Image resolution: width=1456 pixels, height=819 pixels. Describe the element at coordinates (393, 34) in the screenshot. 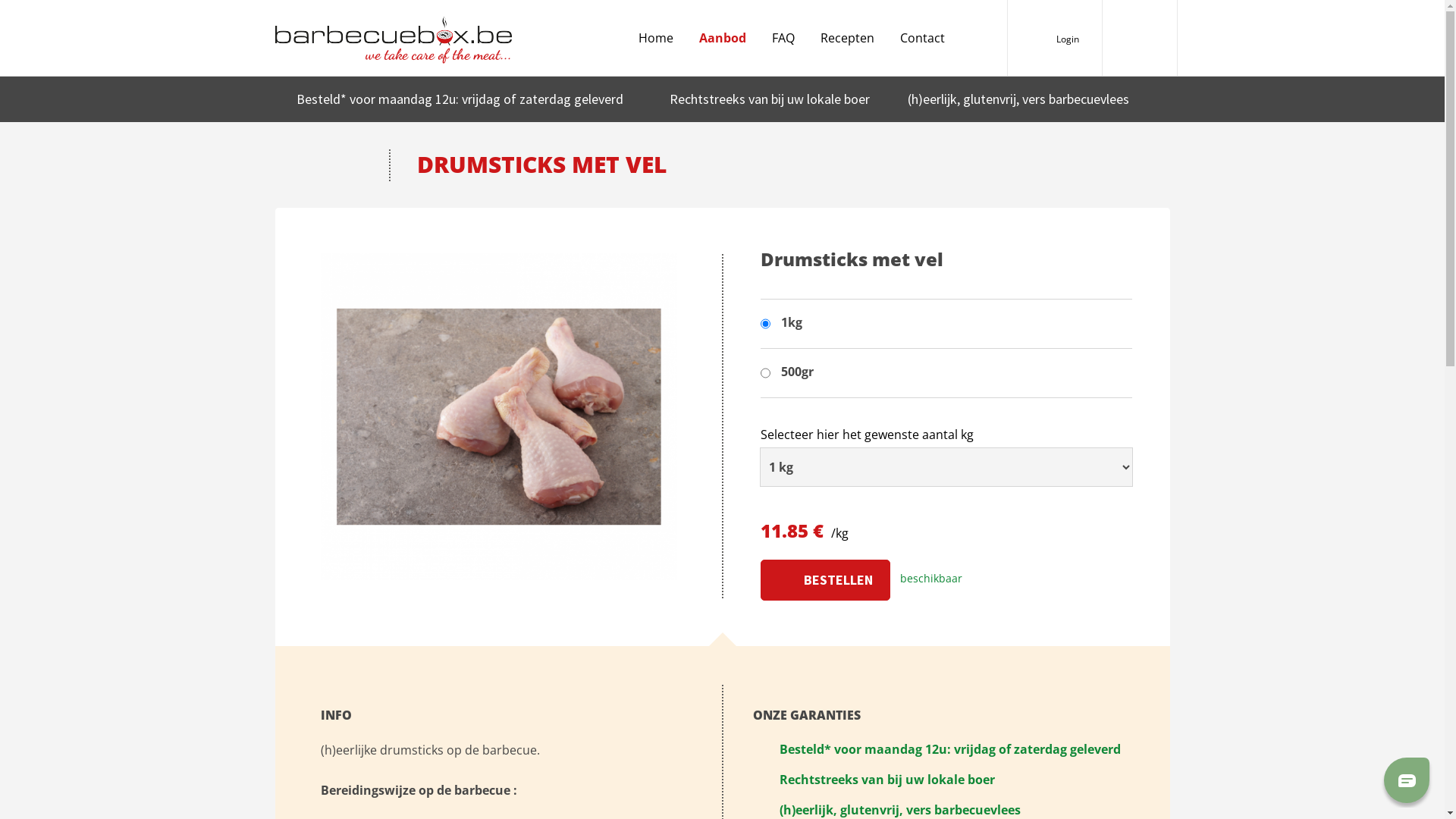

I see `'we take care of the meat...'` at that location.